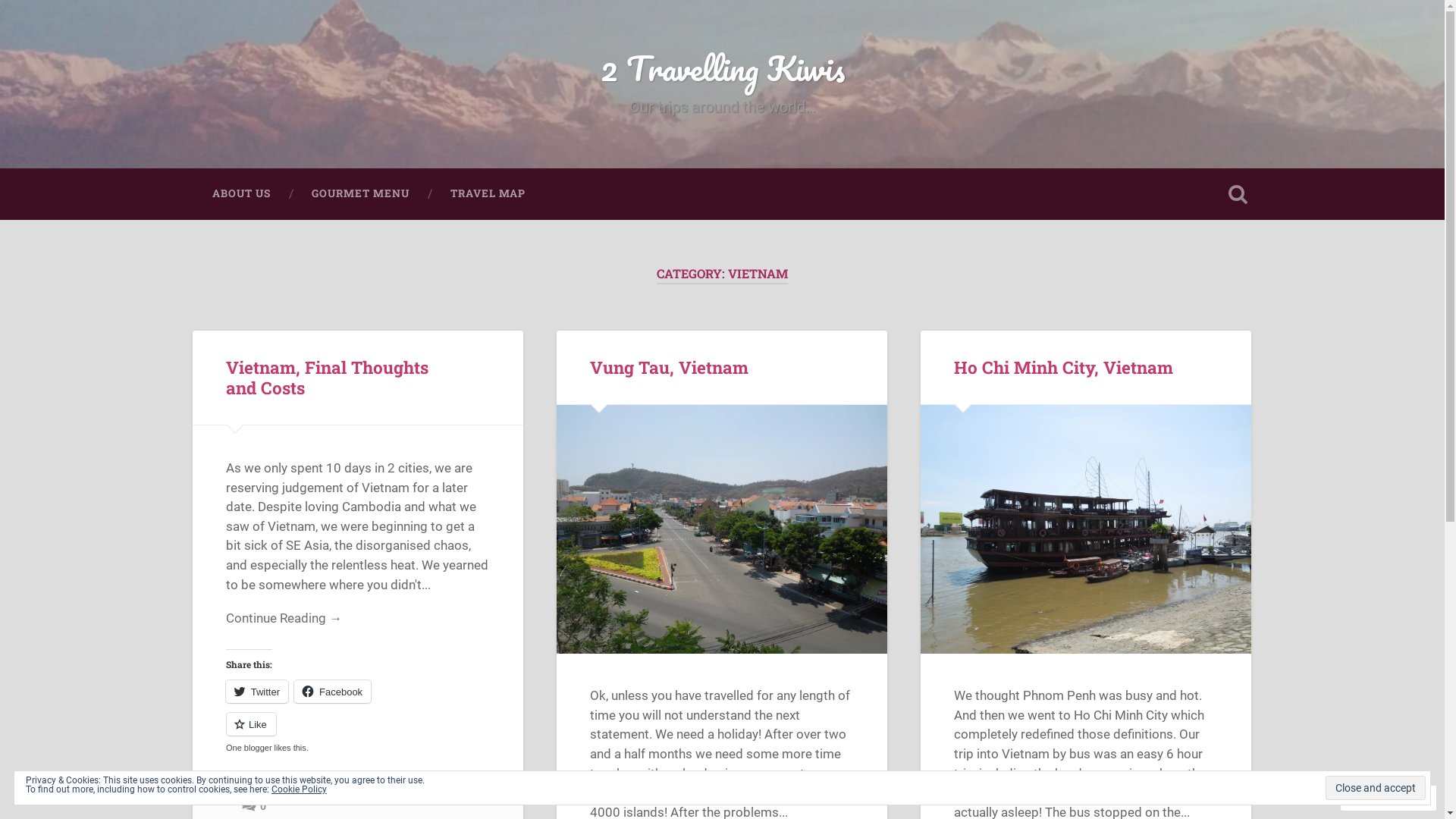 The image size is (1456, 819). What do you see at coordinates (224, 797) in the screenshot?
I see `'March 14, 2013'` at bounding box center [224, 797].